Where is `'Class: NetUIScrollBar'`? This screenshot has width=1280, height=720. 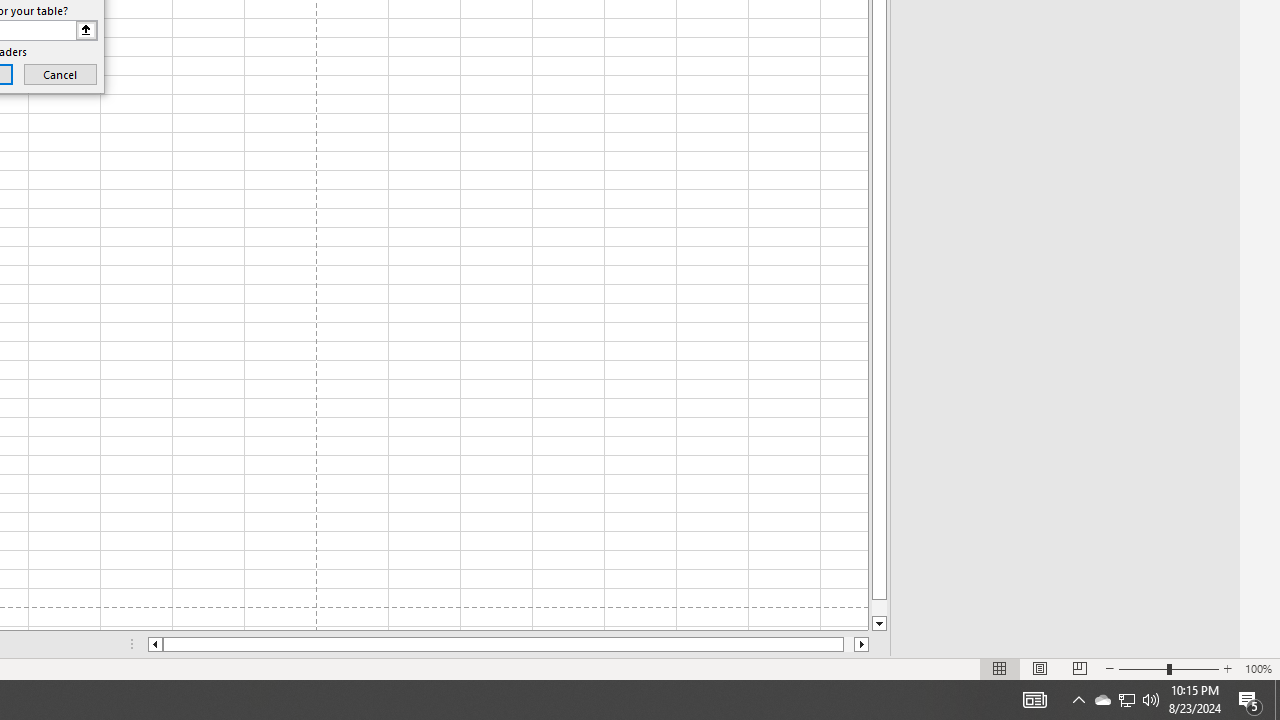 'Class: NetUIScrollBar' is located at coordinates (508, 644).